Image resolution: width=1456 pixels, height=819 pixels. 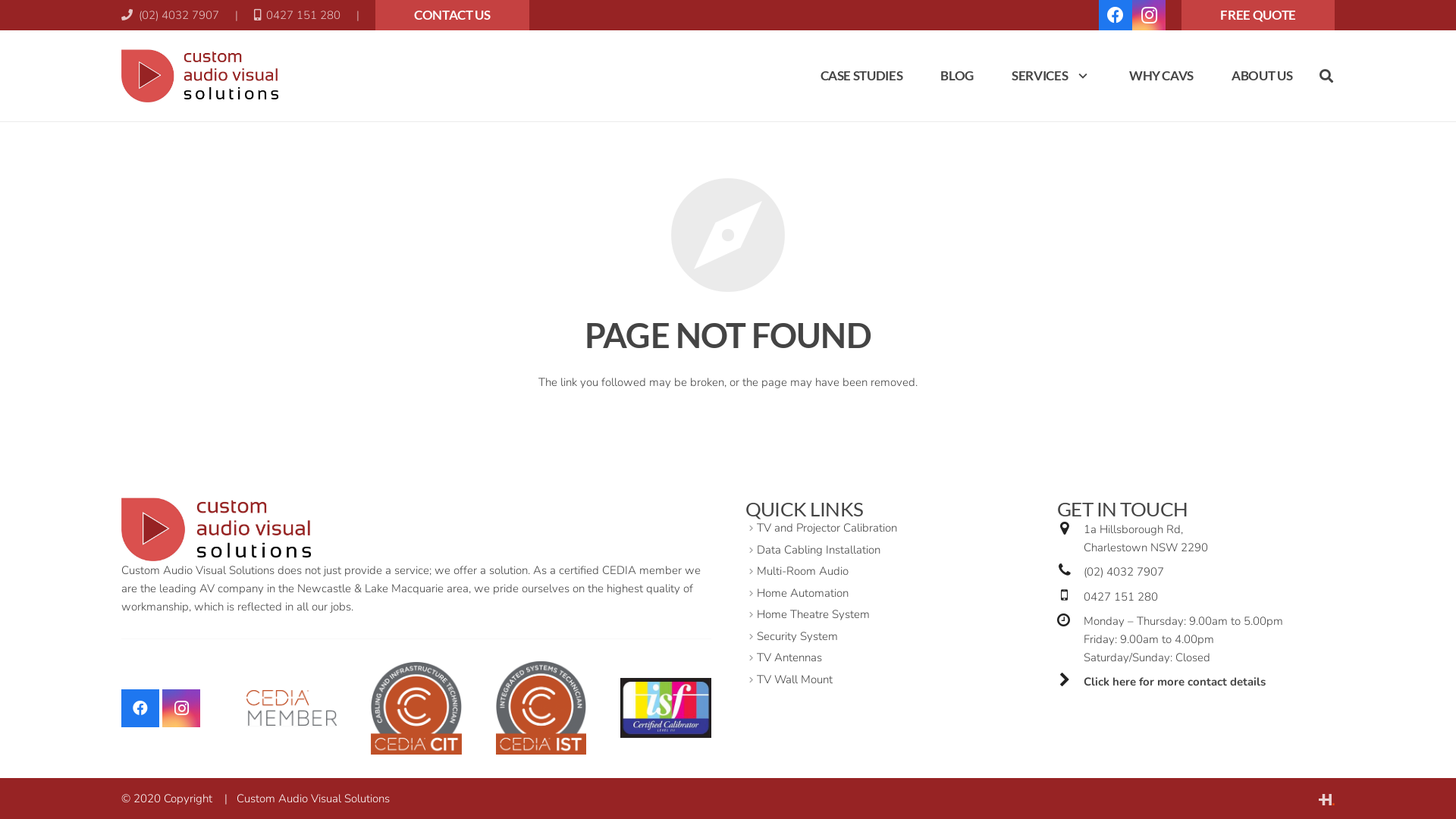 I want to click on 'Facebook', so click(x=140, y=708).